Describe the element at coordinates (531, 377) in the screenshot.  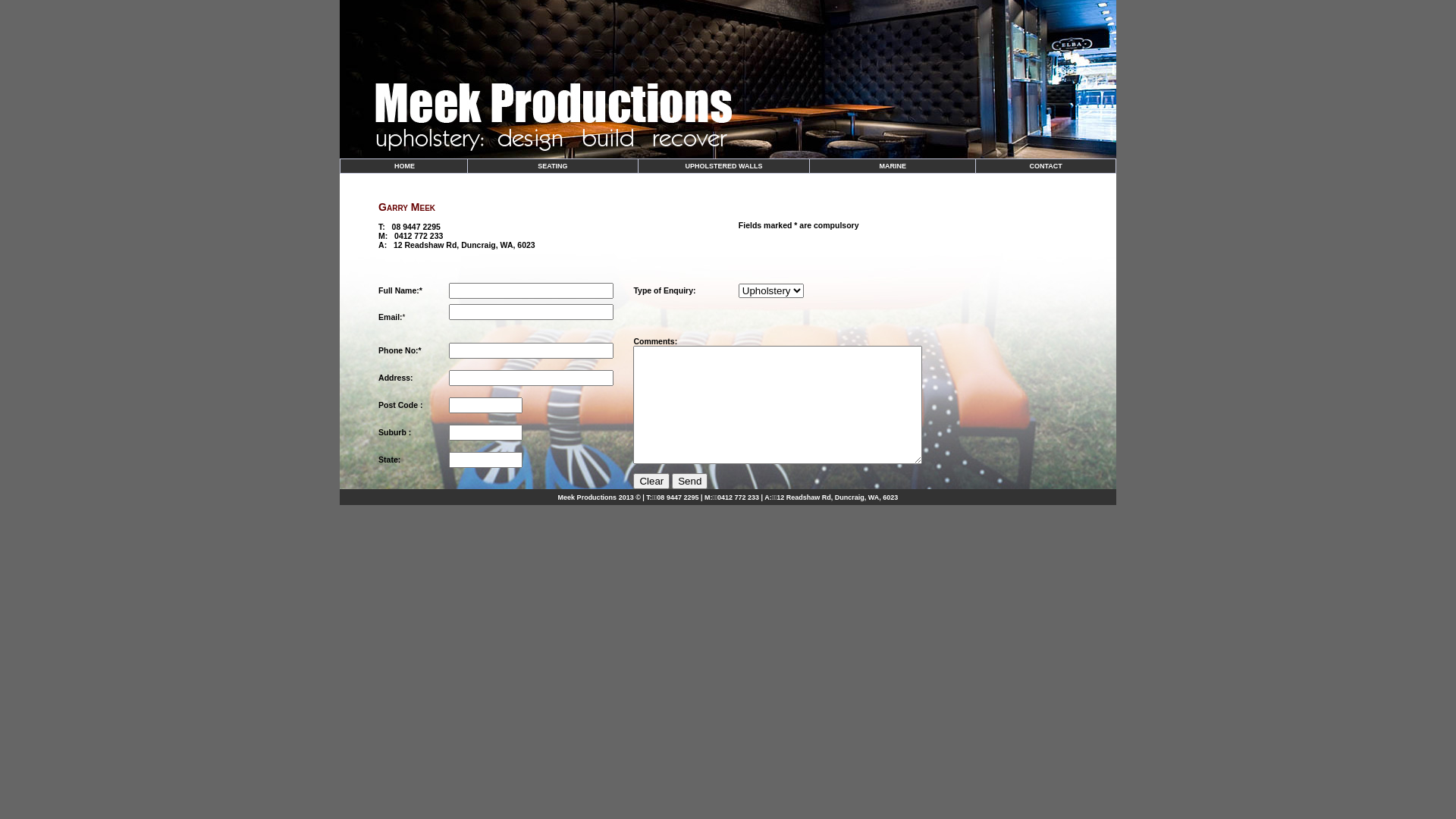
I see `'Enter your address'` at that location.